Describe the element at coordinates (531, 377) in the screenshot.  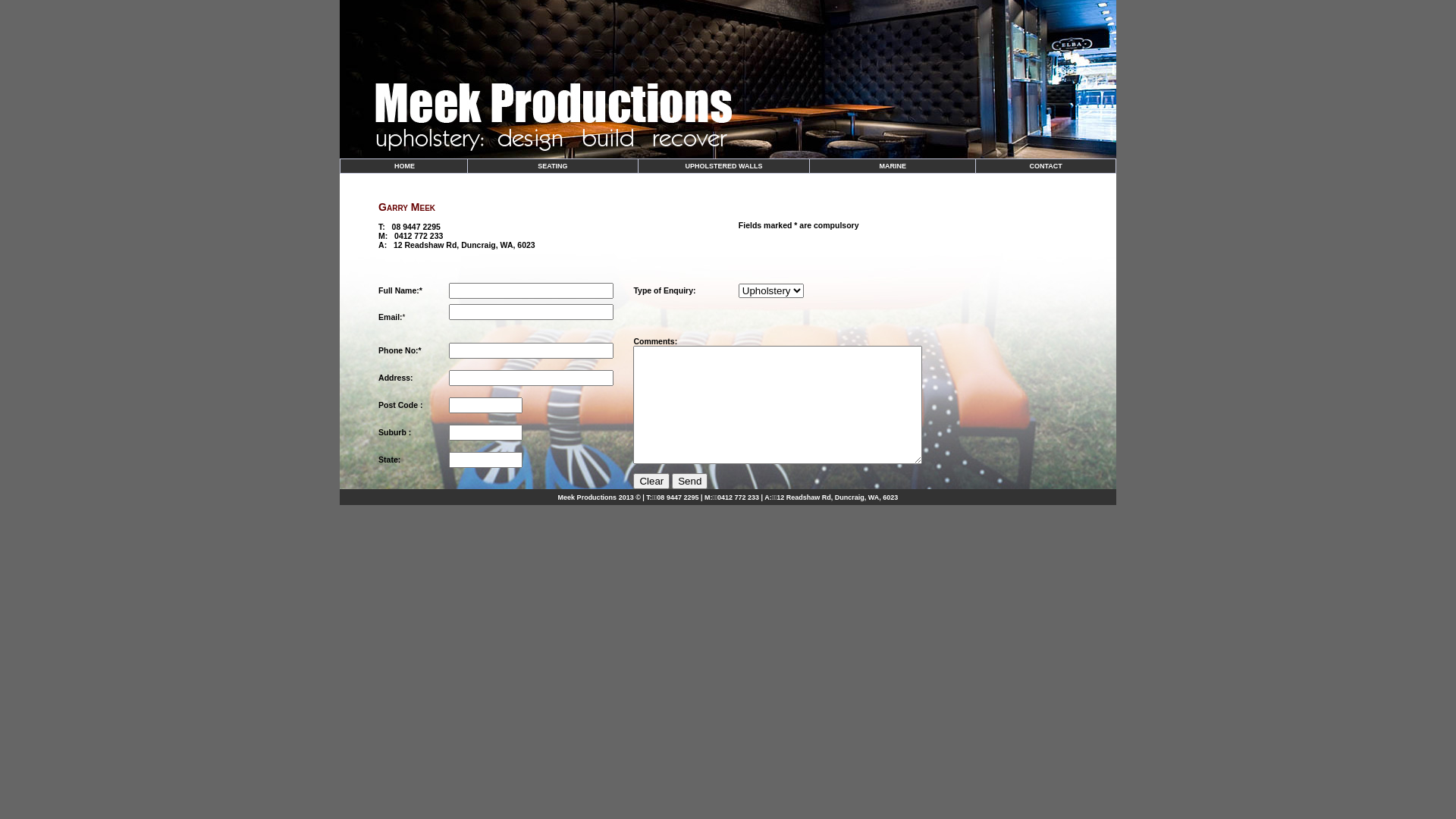
I see `'Enter your address'` at that location.